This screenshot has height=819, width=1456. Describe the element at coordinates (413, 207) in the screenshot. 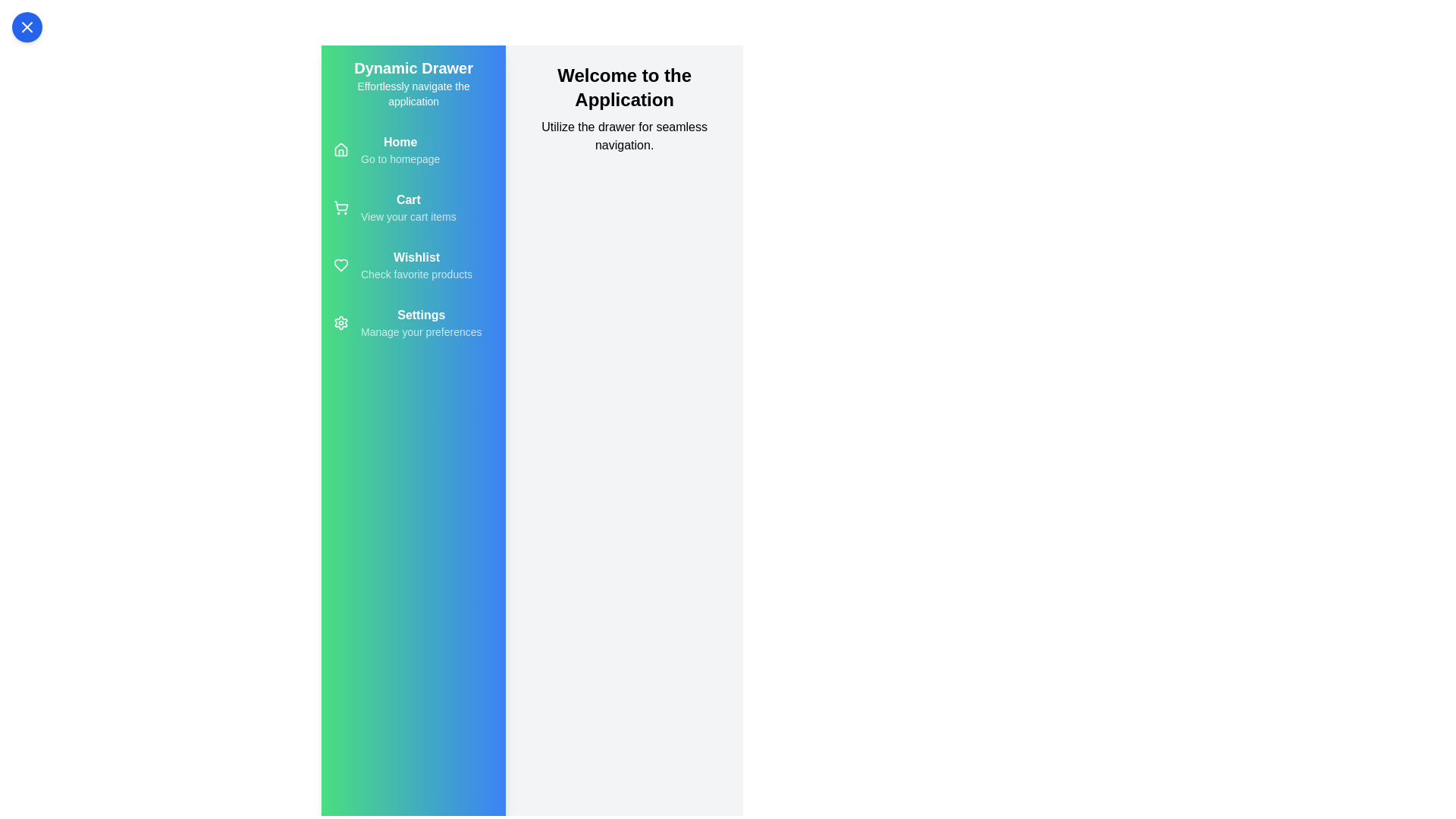

I see `the 'Cart' menu item to navigate to the cart section` at that location.